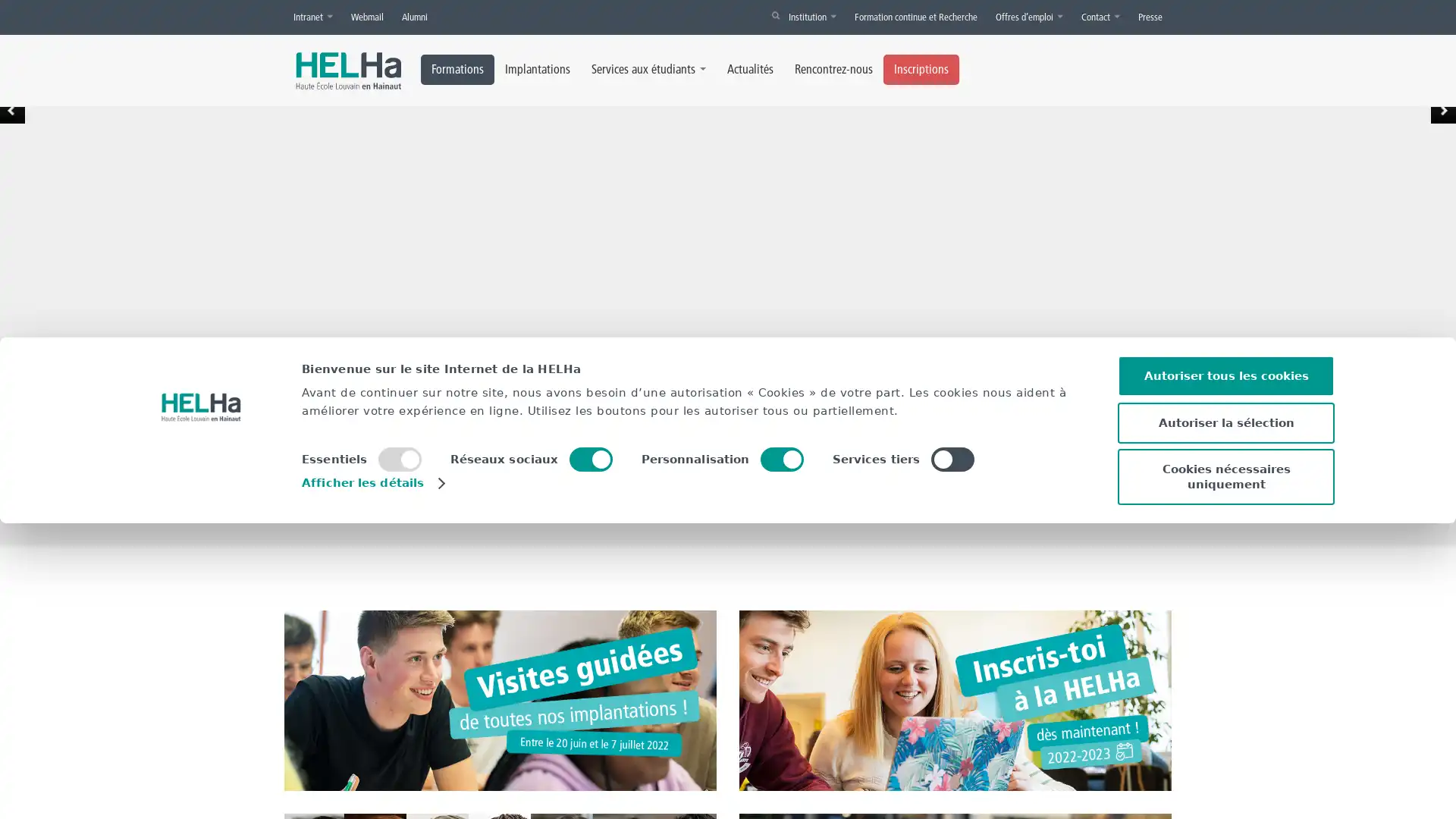 The image size is (1456, 819). I want to click on Autoriser tous les cookies, so click(1226, 671).